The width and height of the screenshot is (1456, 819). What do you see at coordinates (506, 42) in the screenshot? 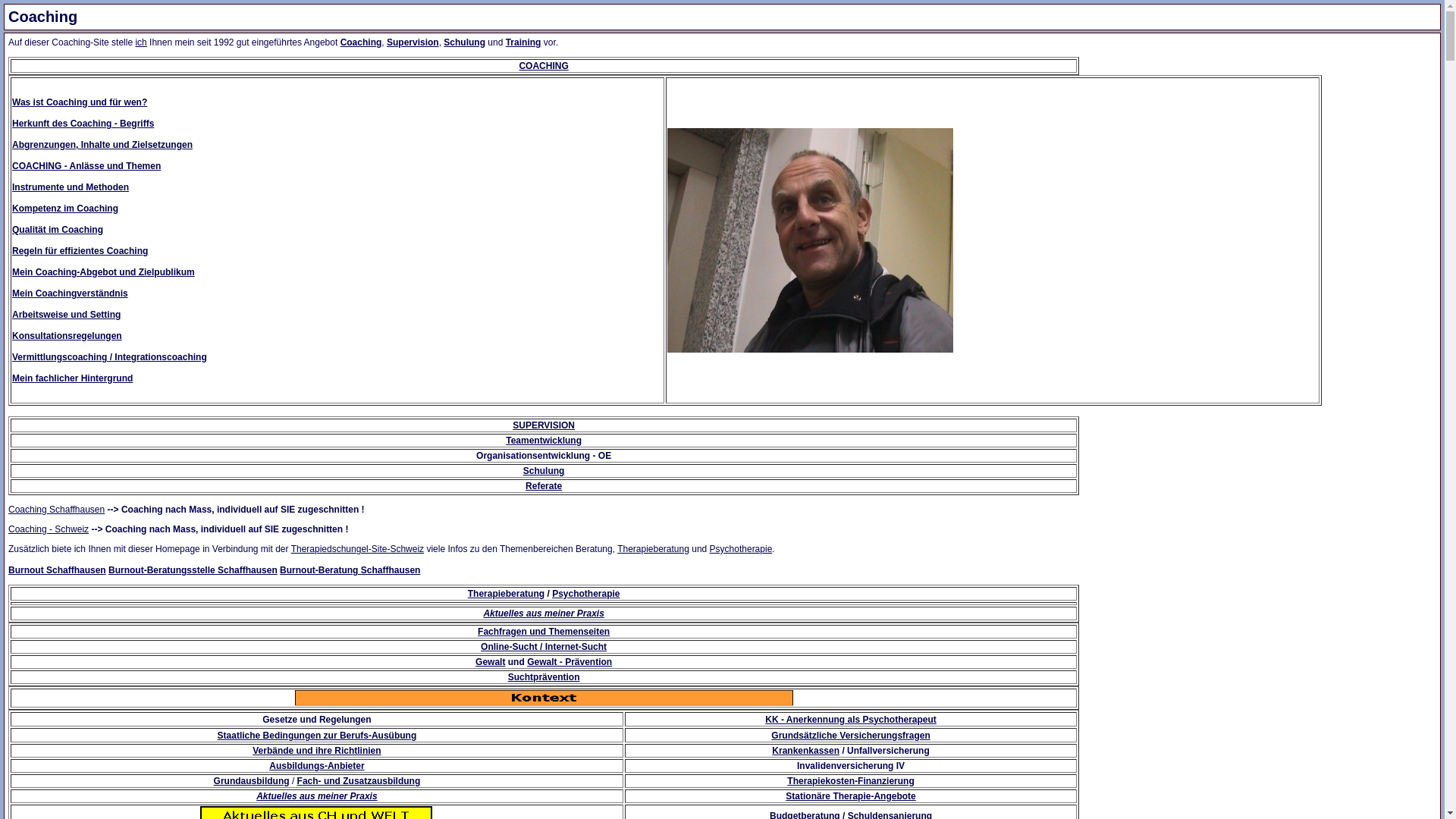
I see `'Training'` at bounding box center [506, 42].